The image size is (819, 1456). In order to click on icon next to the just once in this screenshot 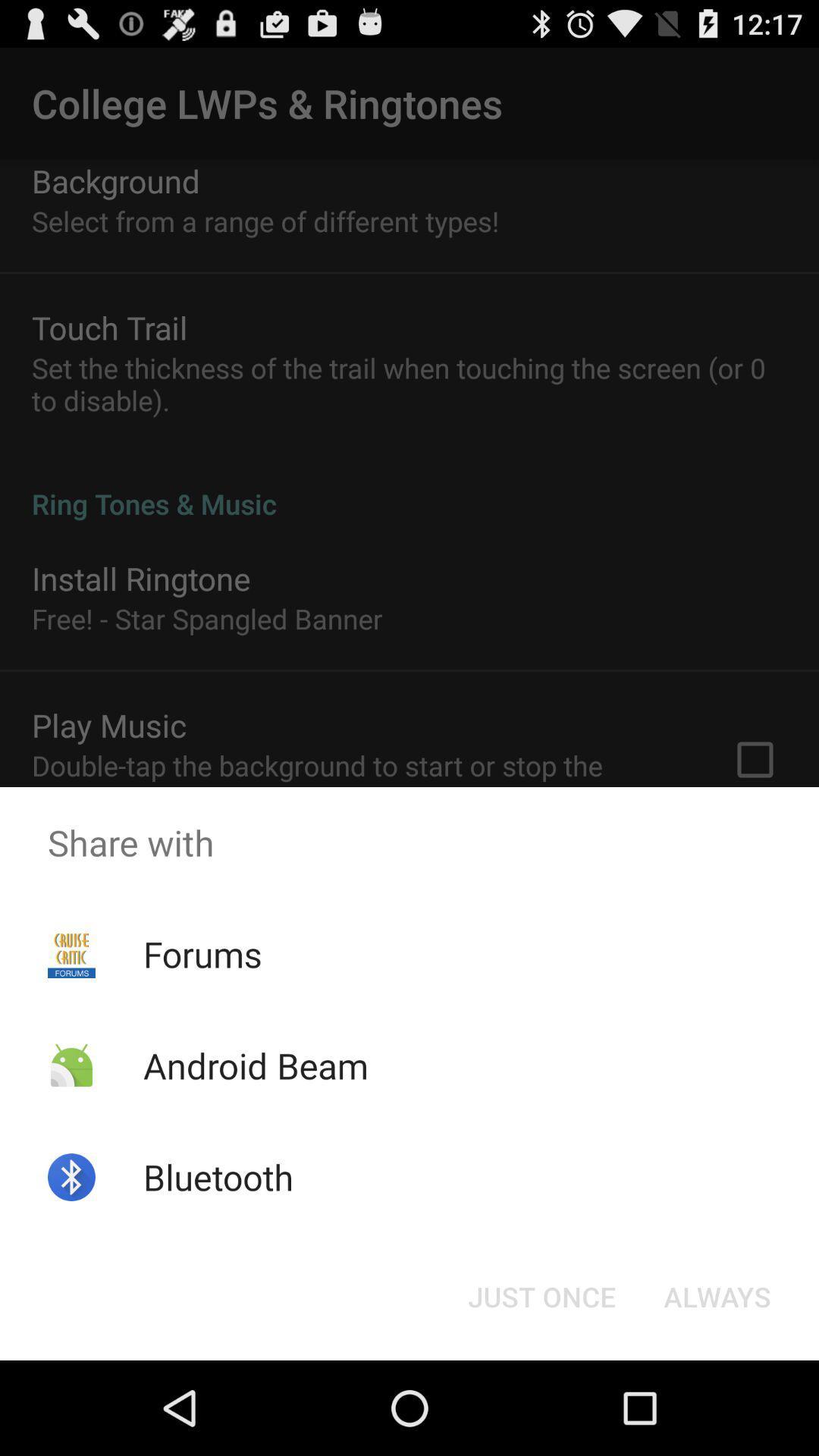, I will do `click(717, 1295)`.